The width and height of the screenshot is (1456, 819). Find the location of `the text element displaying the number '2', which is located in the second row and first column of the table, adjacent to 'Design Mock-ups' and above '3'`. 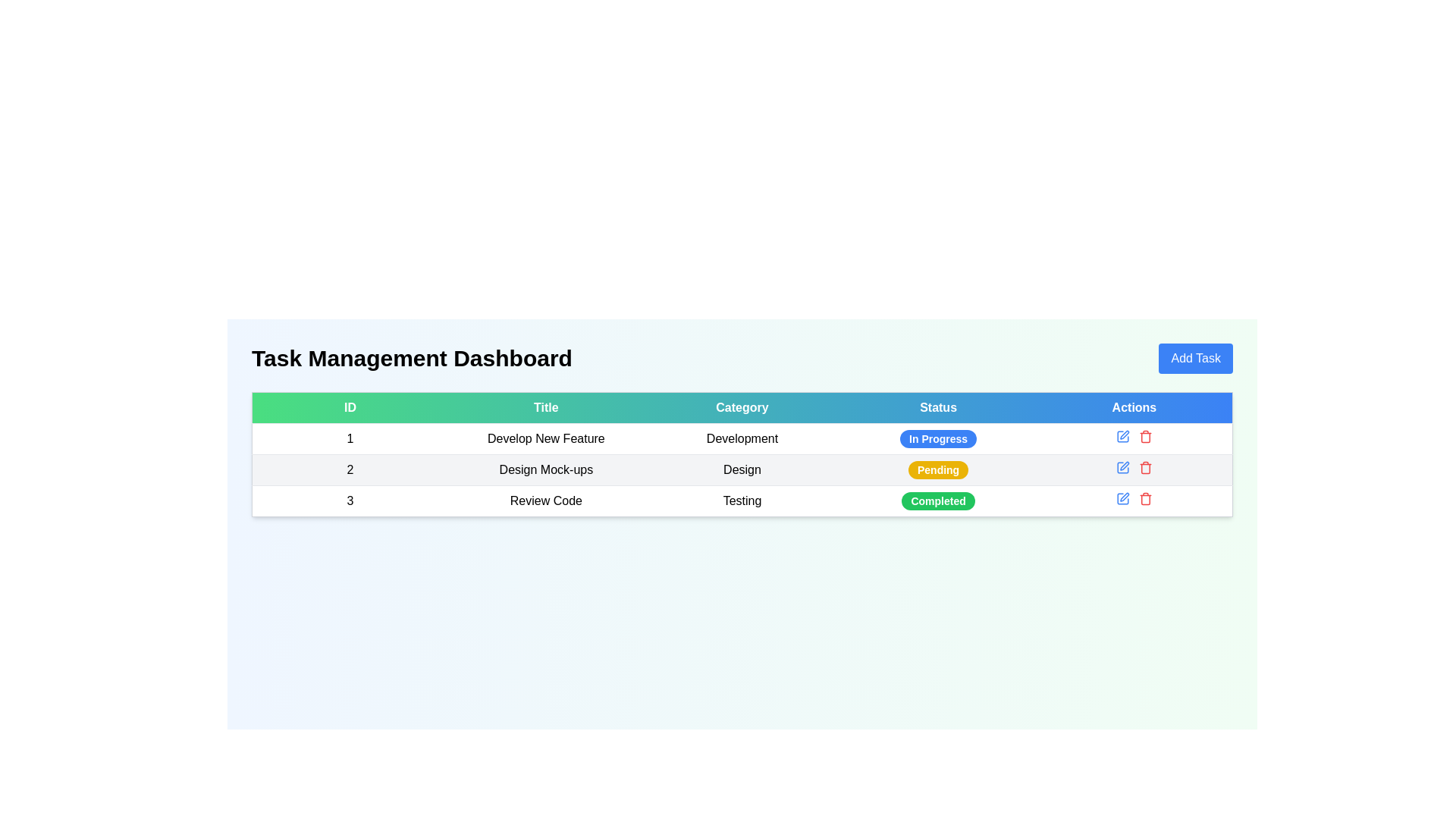

the text element displaying the number '2', which is located in the second row and first column of the table, adjacent to 'Design Mock-ups' and above '3' is located at coordinates (349, 469).